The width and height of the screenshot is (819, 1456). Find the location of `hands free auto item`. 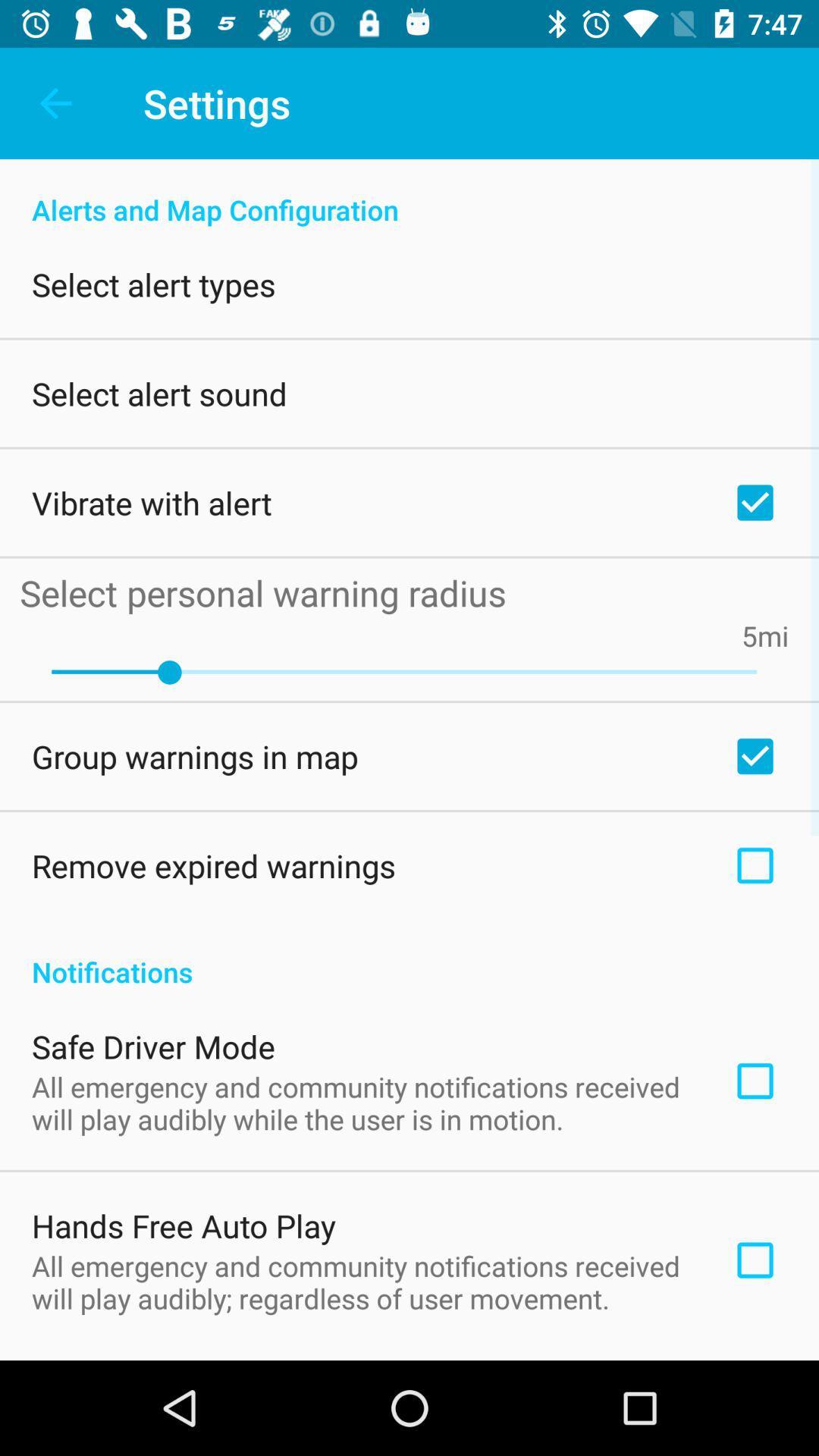

hands free auto item is located at coordinates (183, 1225).